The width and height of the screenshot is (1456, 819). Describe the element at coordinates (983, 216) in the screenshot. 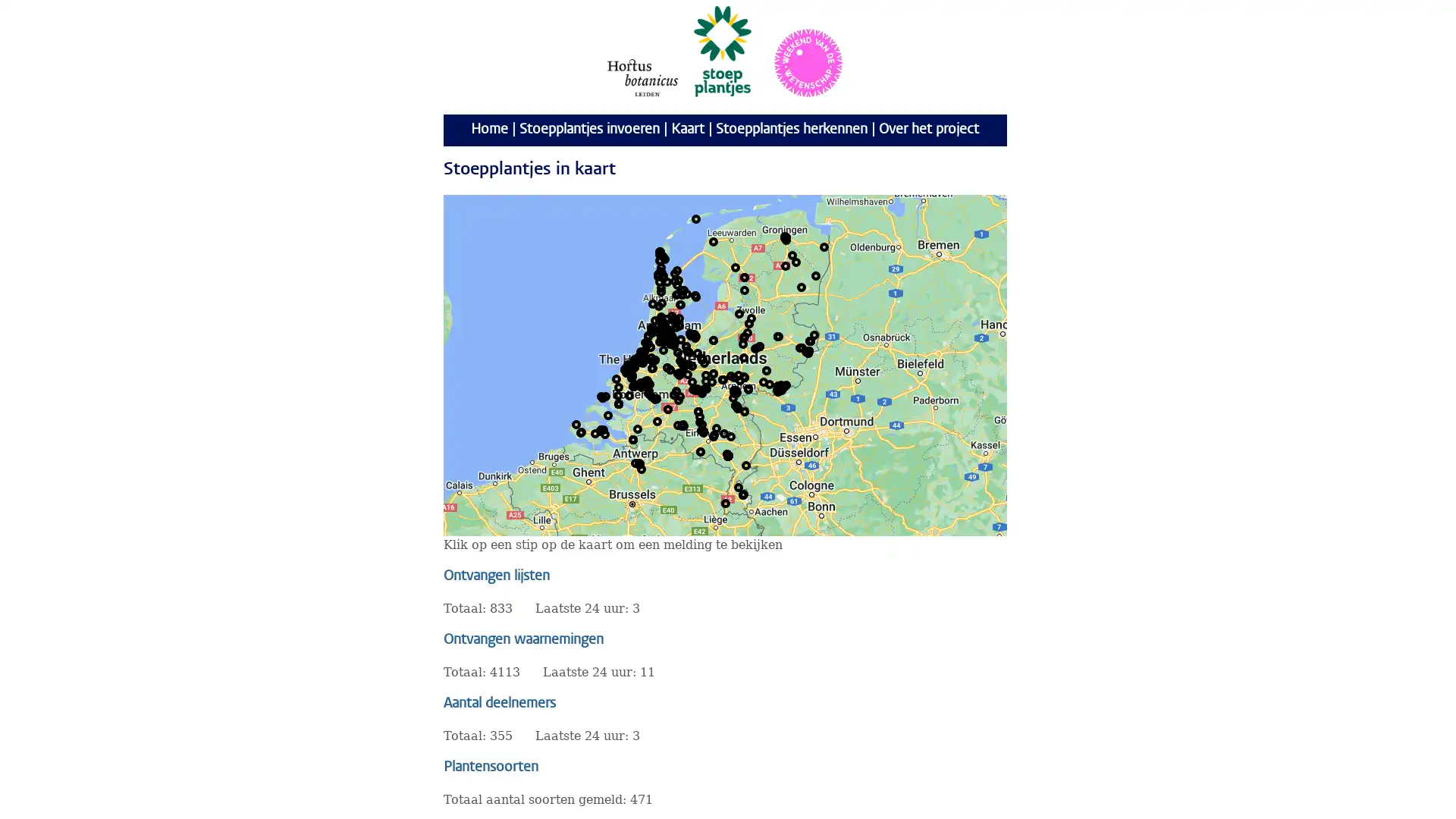

I see `Toggle fullscreen view` at that location.